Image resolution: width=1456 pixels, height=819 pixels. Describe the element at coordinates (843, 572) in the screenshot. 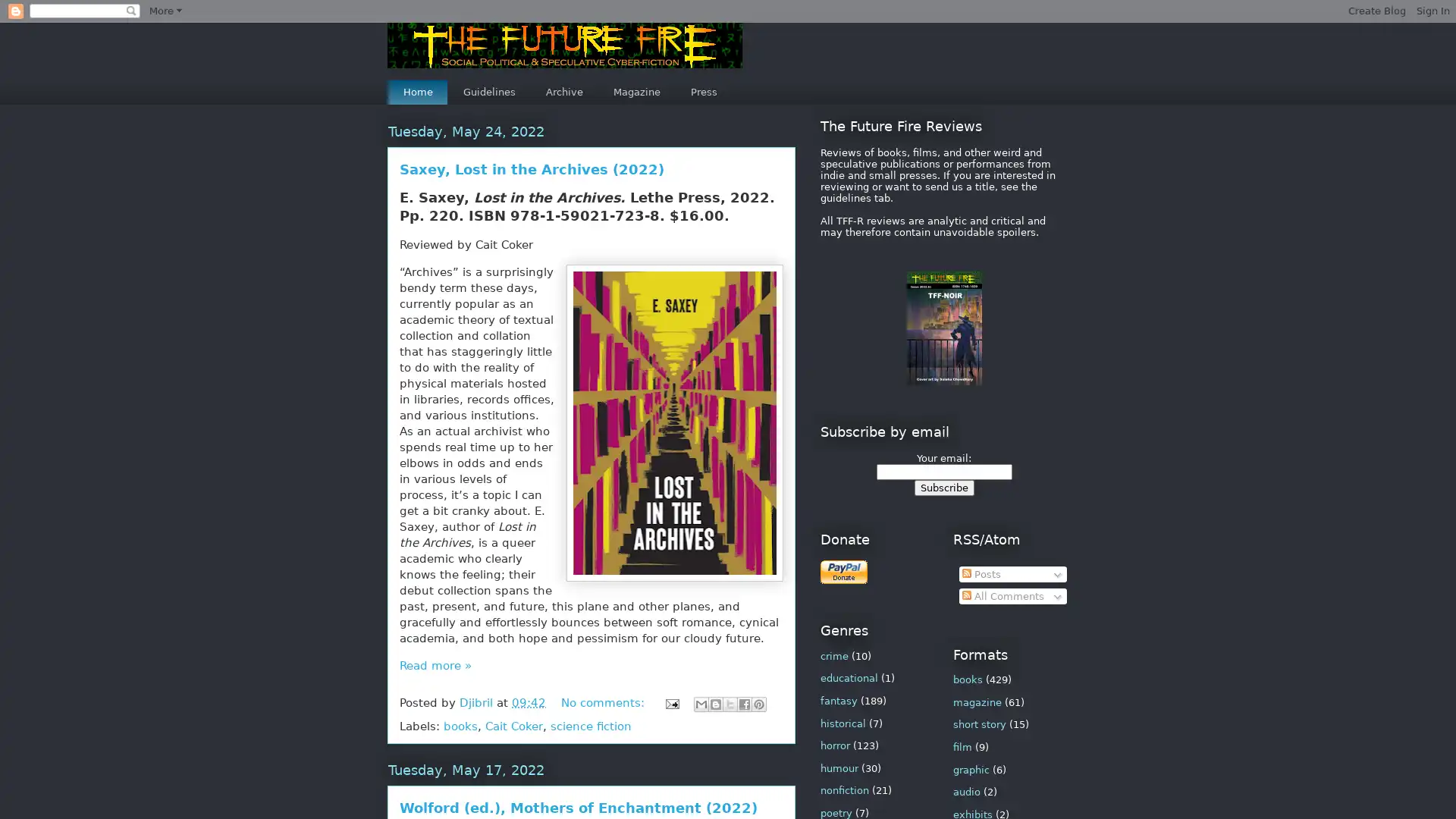

I see `Make payments with PayPal - it's fast, free and secure!` at that location.